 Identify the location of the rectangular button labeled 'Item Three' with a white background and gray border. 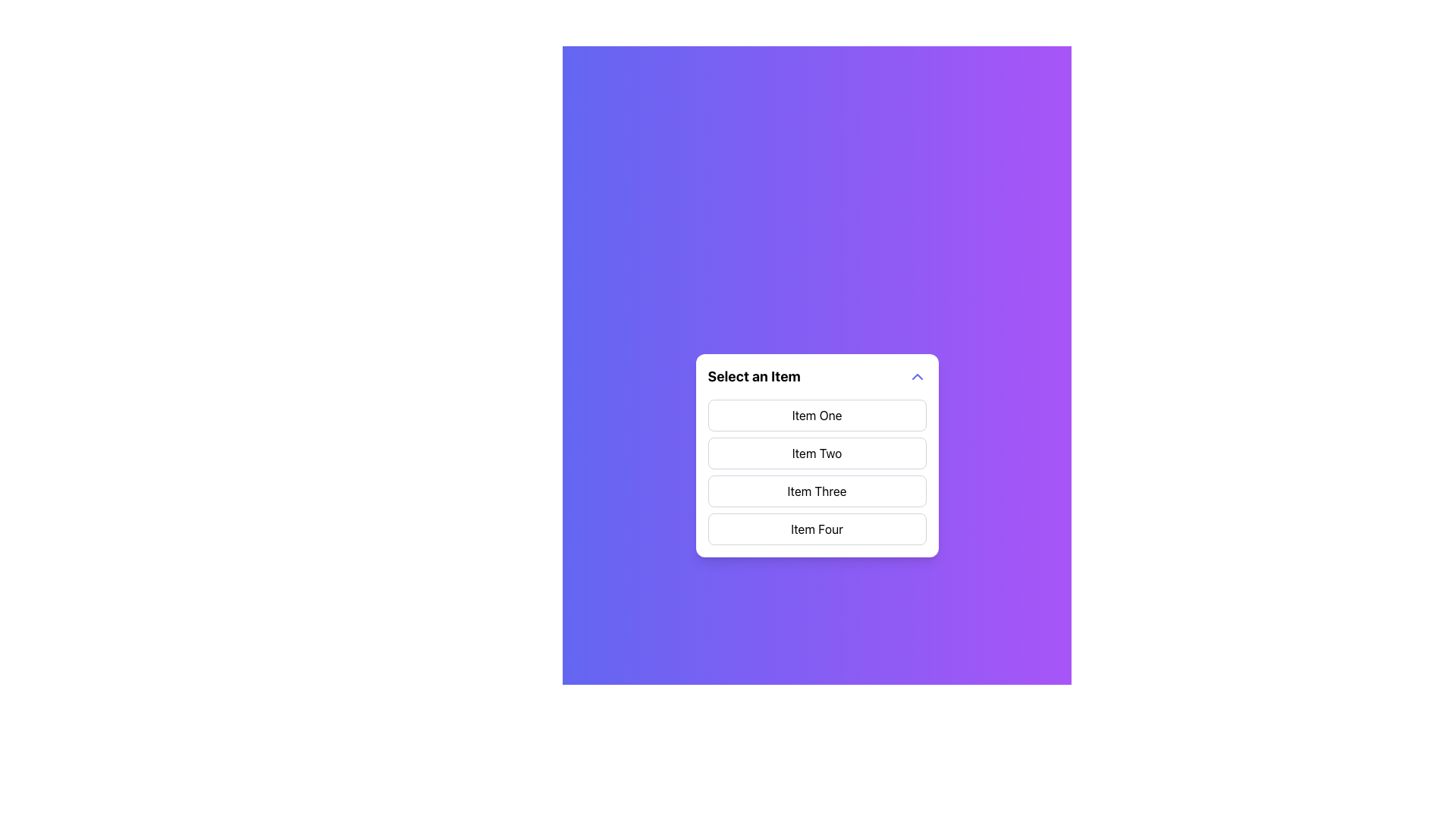
(816, 491).